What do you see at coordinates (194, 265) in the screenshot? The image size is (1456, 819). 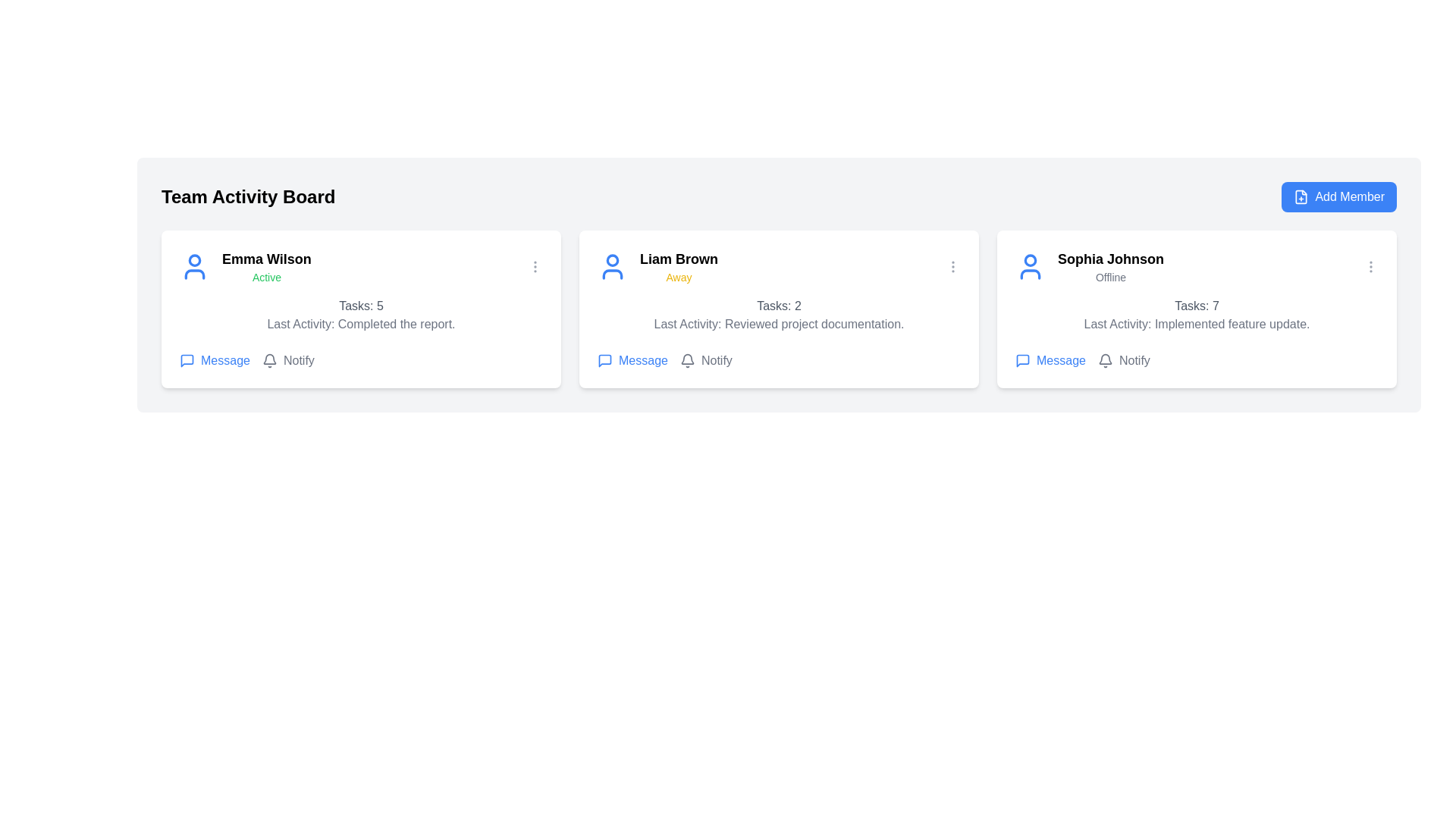 I see `the blue user icon with a circular head and torso located in the first card on the 'Team Activity Board' above the name 'Emma Wilson'` at bounding box center [194, 265].